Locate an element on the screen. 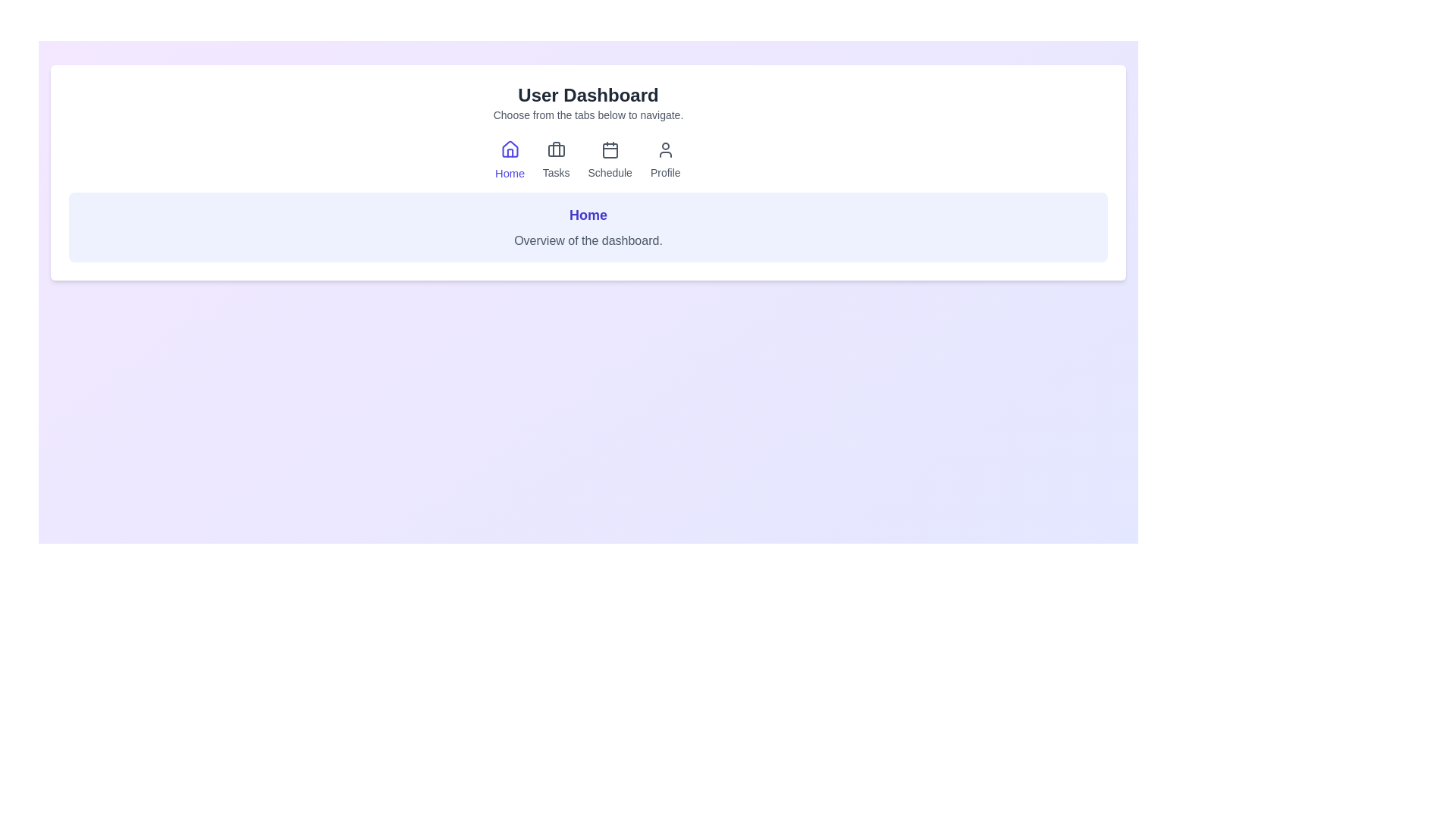 The height and width of the screenshot is (819, 1456). the Navigation menu tabs located centrally in the User Dashboard is located at coordinates (588, 161).